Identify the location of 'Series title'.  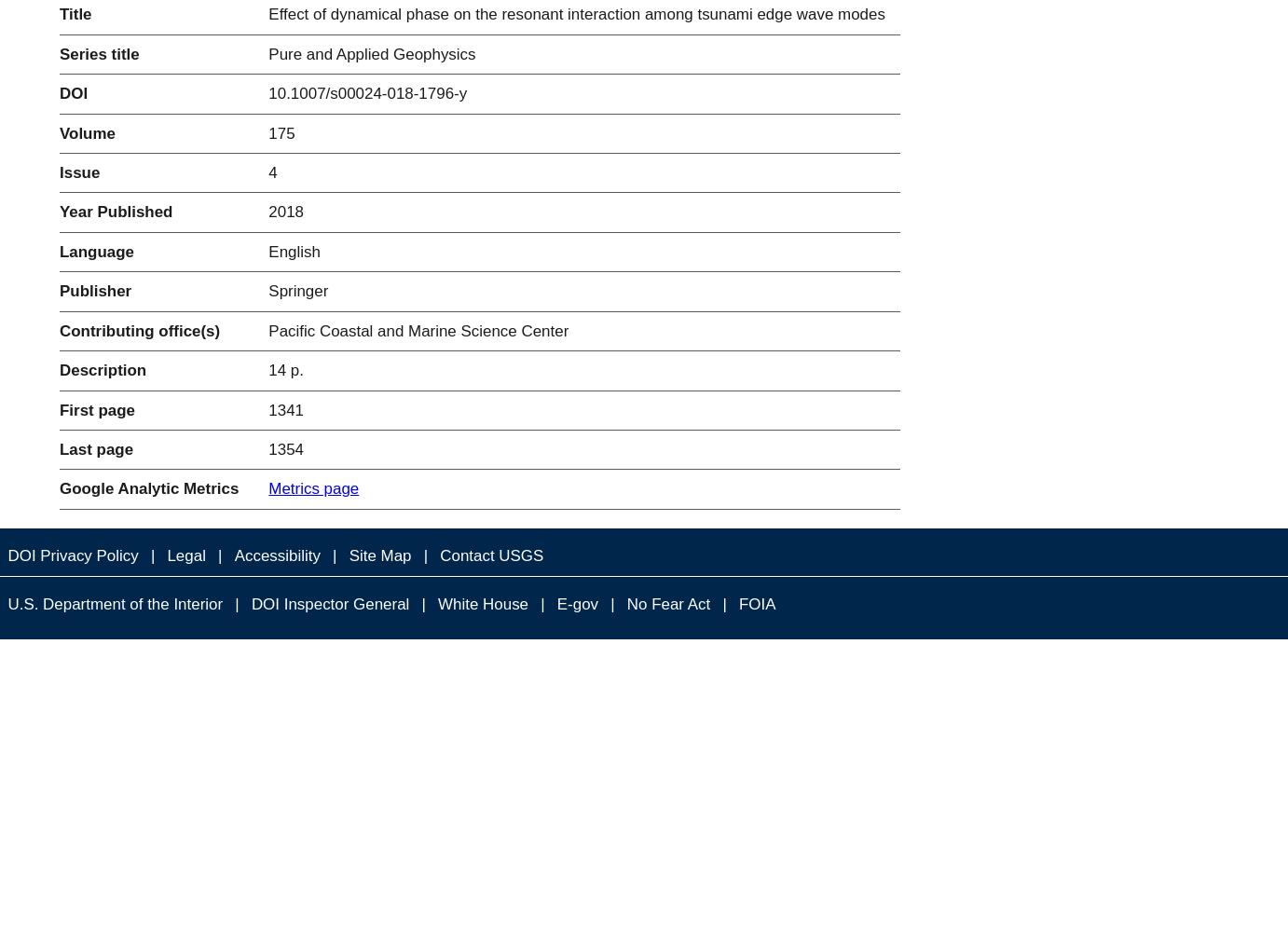
(58, 53).